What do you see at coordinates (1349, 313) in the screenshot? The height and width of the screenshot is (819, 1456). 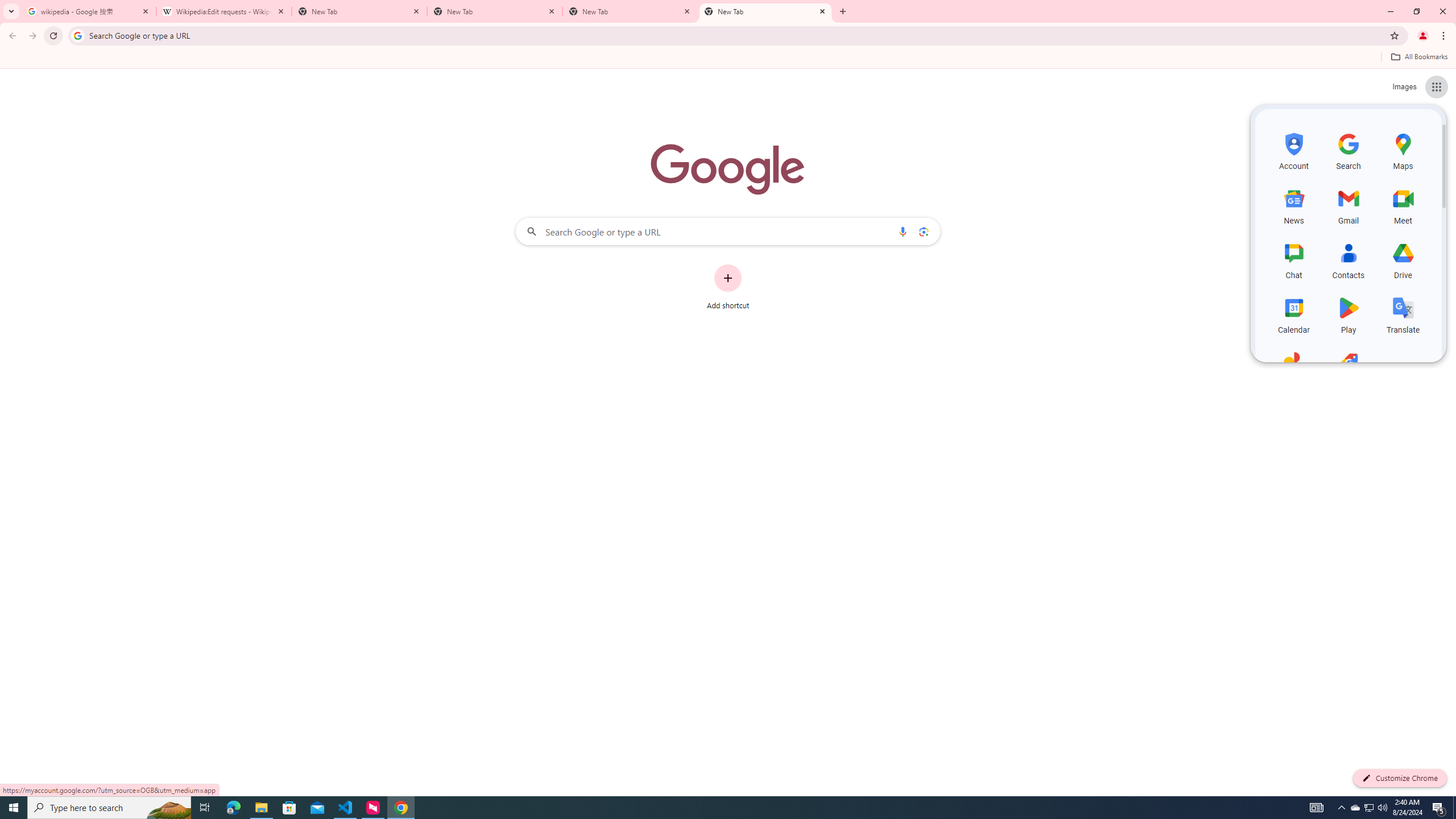 I see `'Play, row 4 of 5 and column 2 of 3 in the first section'` at bounding box center [1349, 313].